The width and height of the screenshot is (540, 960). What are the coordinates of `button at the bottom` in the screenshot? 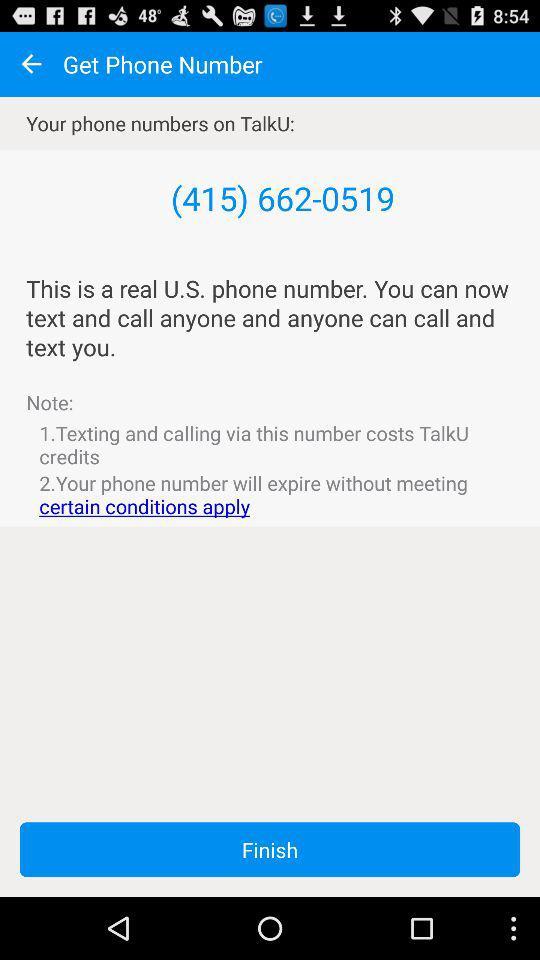 It's located at (270, 848).